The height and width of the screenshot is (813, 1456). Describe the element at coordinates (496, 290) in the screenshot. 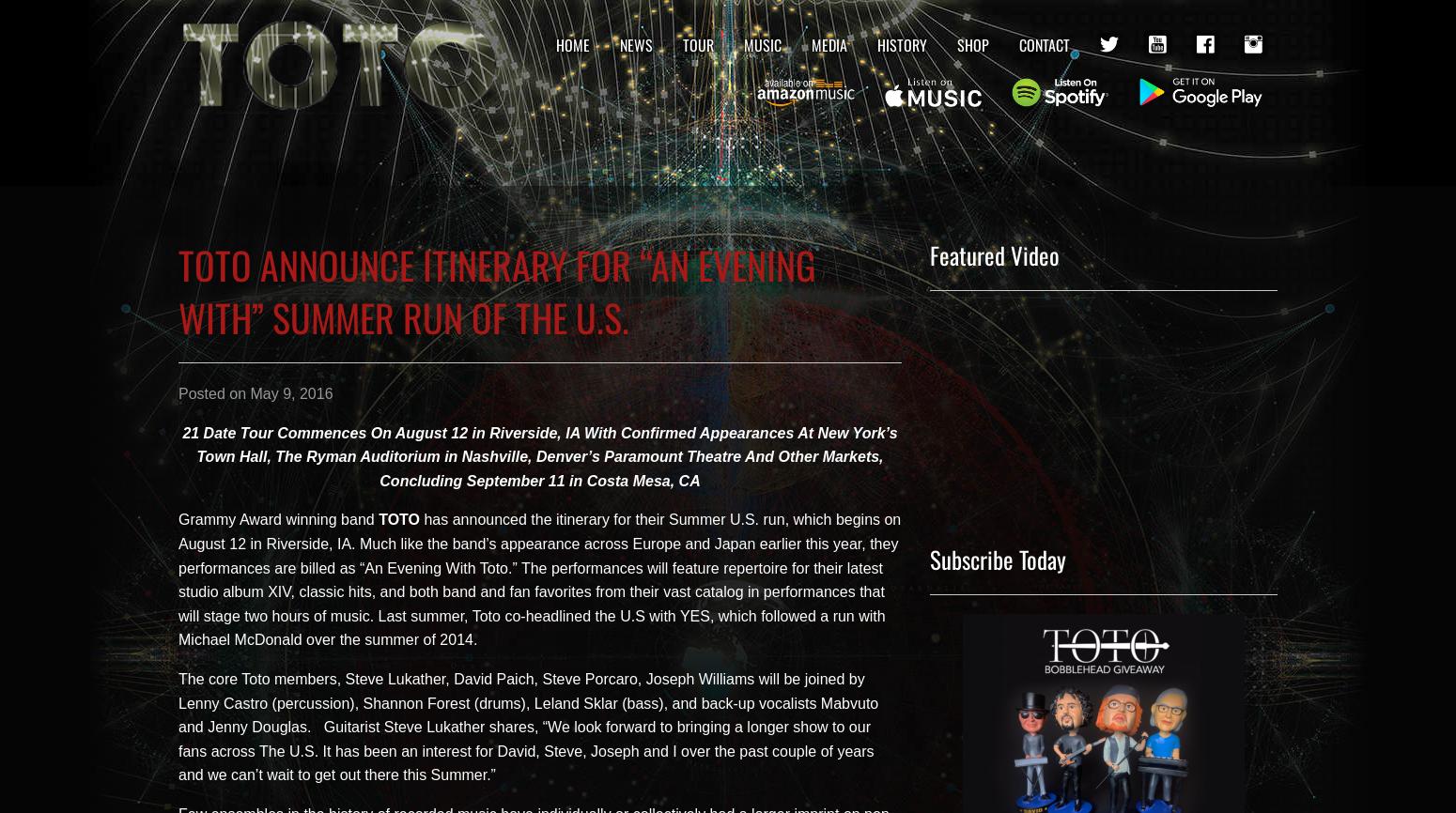

I see `'TOTO ANNOUNCE ITINERARY FOR “AN EVENING WITH” SUMMER RUN OF THE U.S.'` at that location.